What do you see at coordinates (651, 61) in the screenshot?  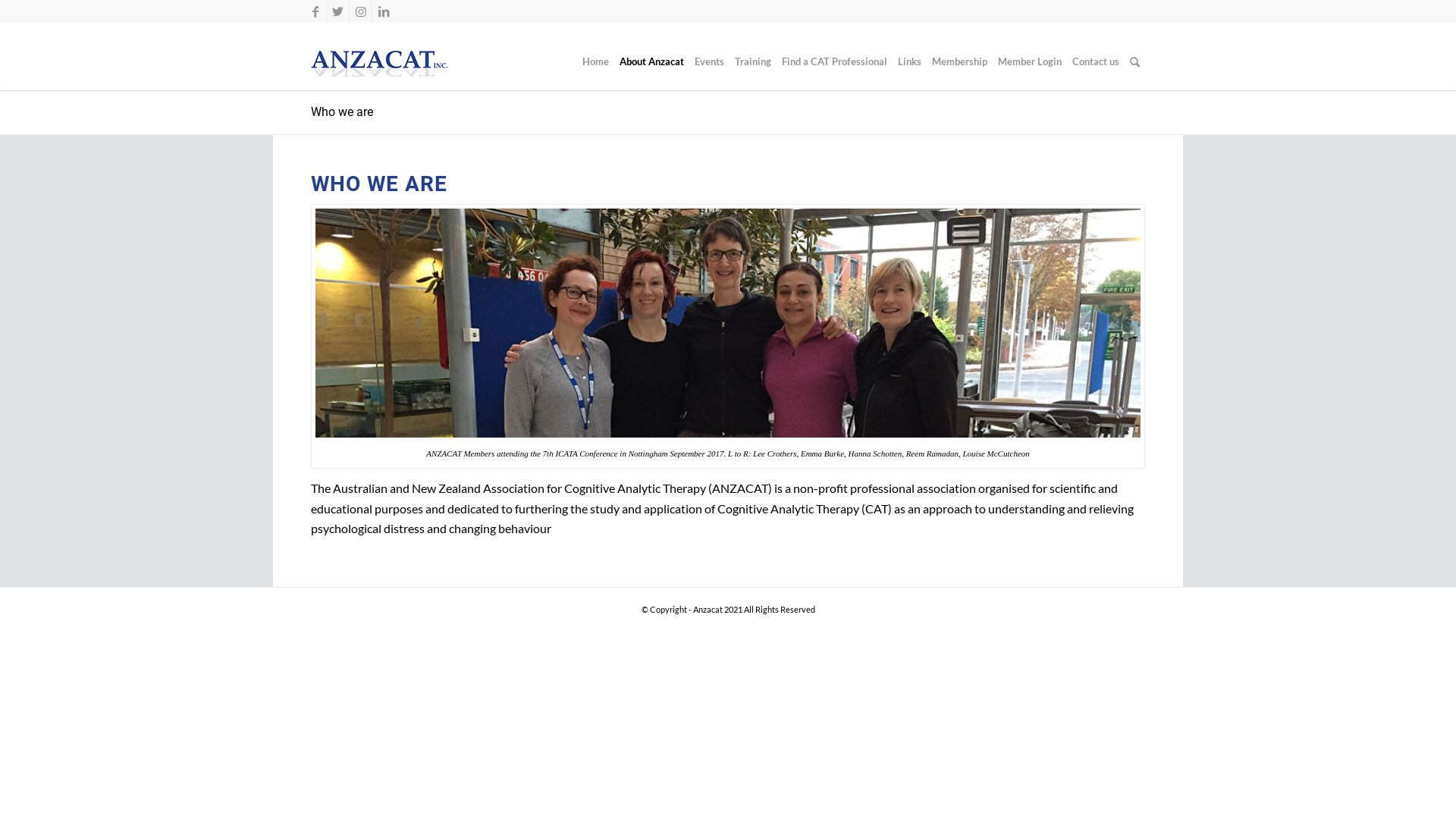 I see `'About Anzacat'` at bounding box center [651, 61].